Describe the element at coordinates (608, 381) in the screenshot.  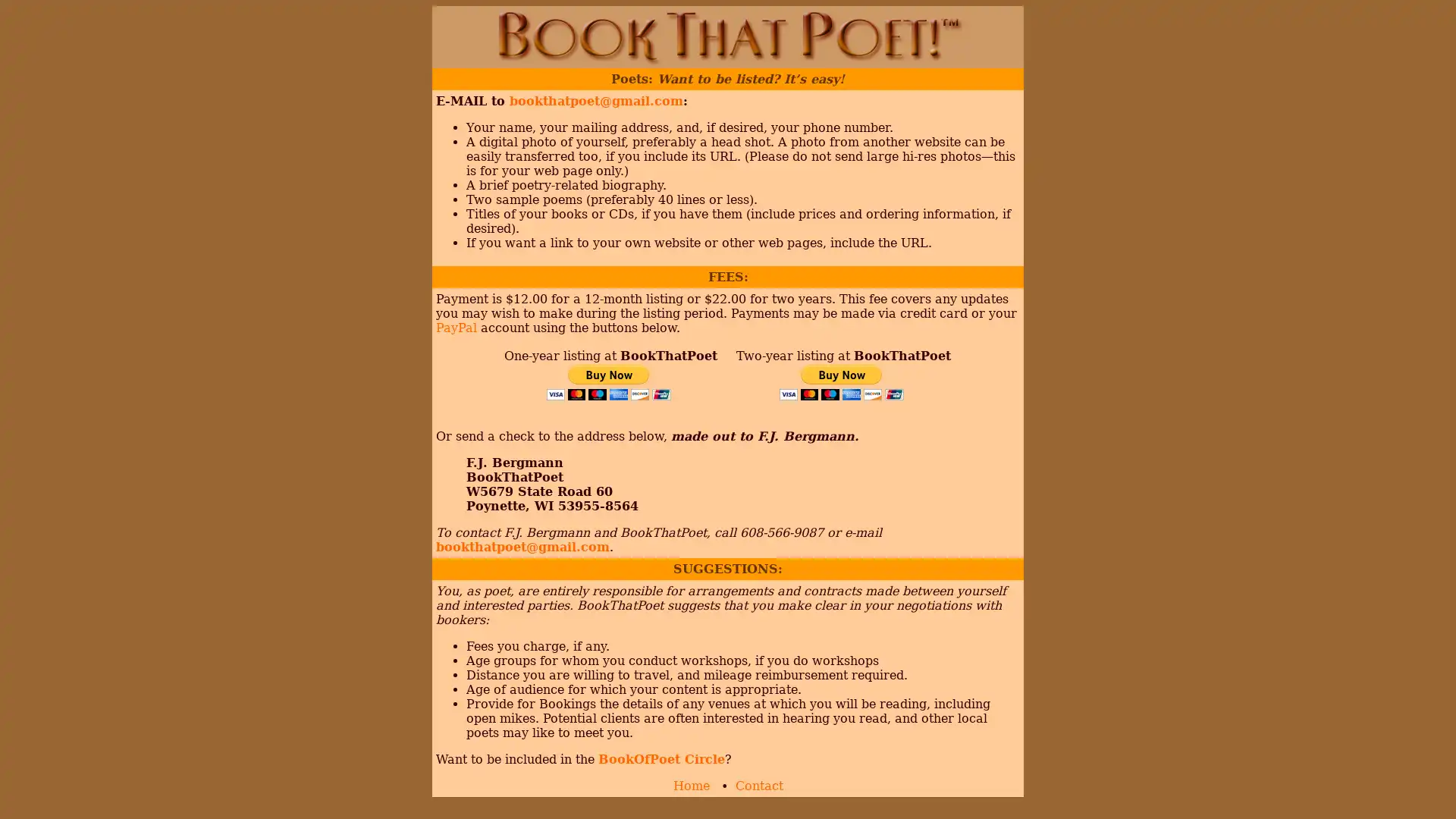
I see `PayPal - The safer, easier way to pay online!` at that location.